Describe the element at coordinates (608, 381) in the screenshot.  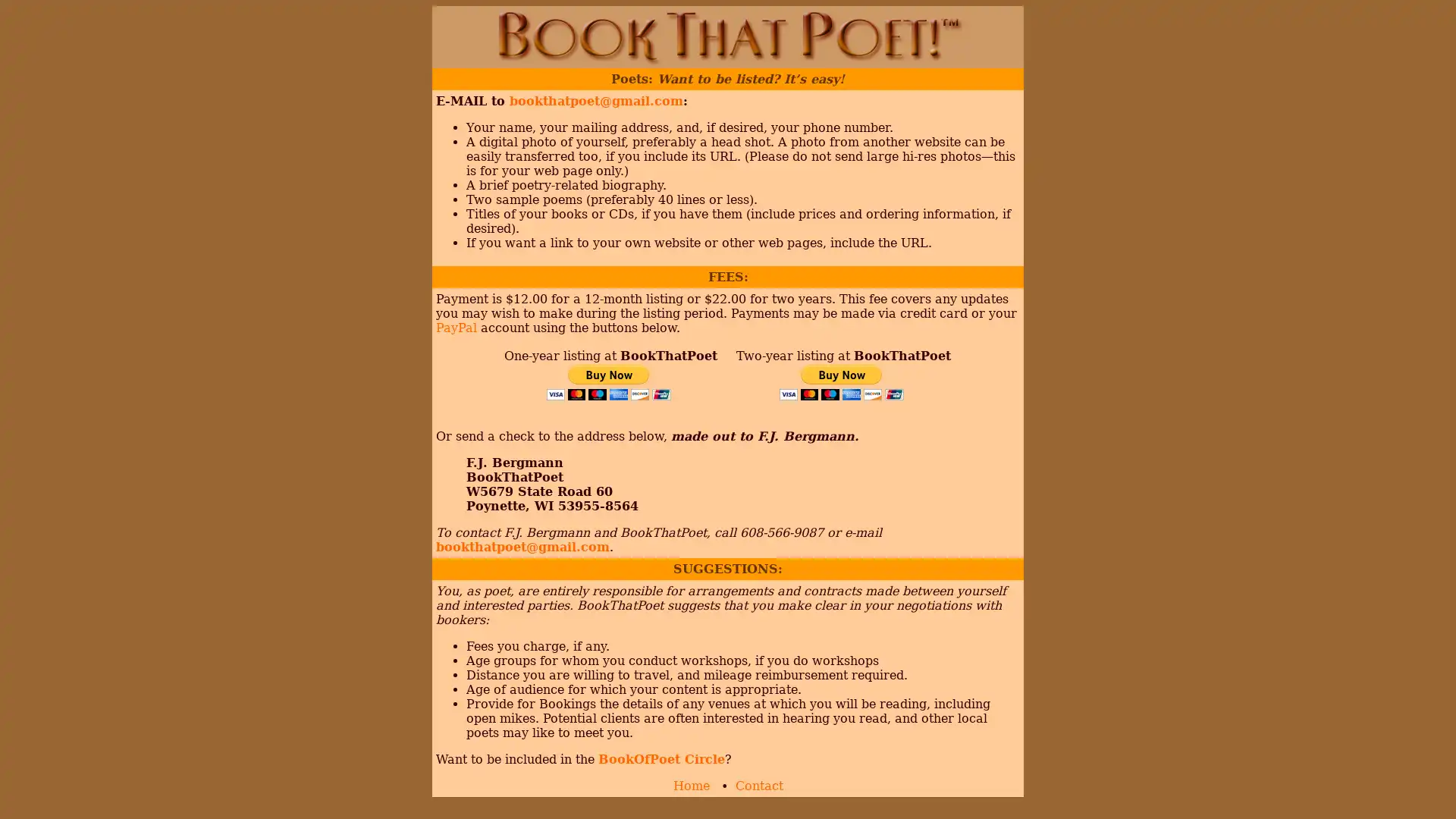
I see `PayPal - The safer, easier way to pay online!` at that location.